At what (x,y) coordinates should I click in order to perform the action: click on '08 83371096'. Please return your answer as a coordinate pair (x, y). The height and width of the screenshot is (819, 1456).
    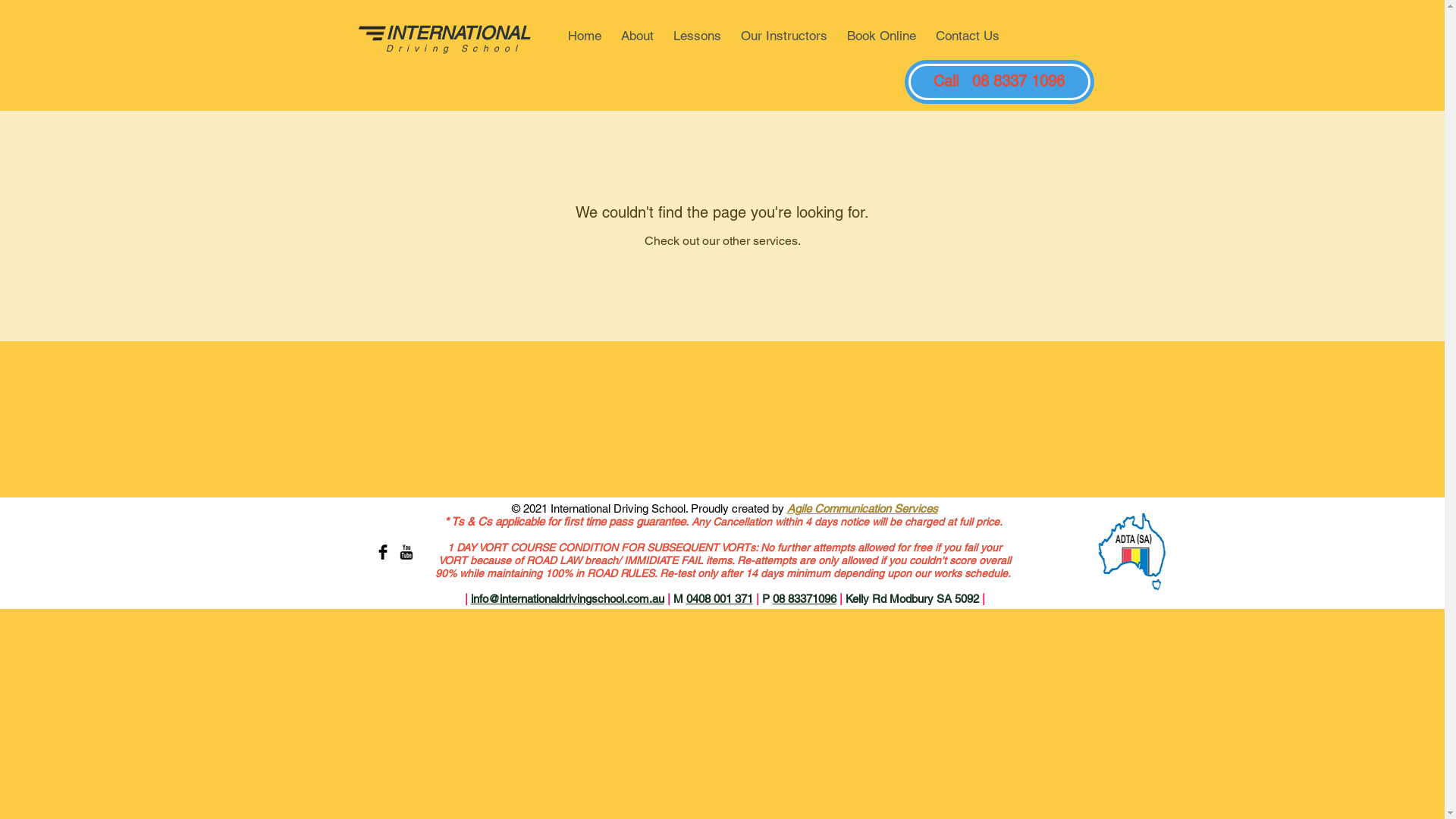
    Looking at the image, I should click on (803, 598).